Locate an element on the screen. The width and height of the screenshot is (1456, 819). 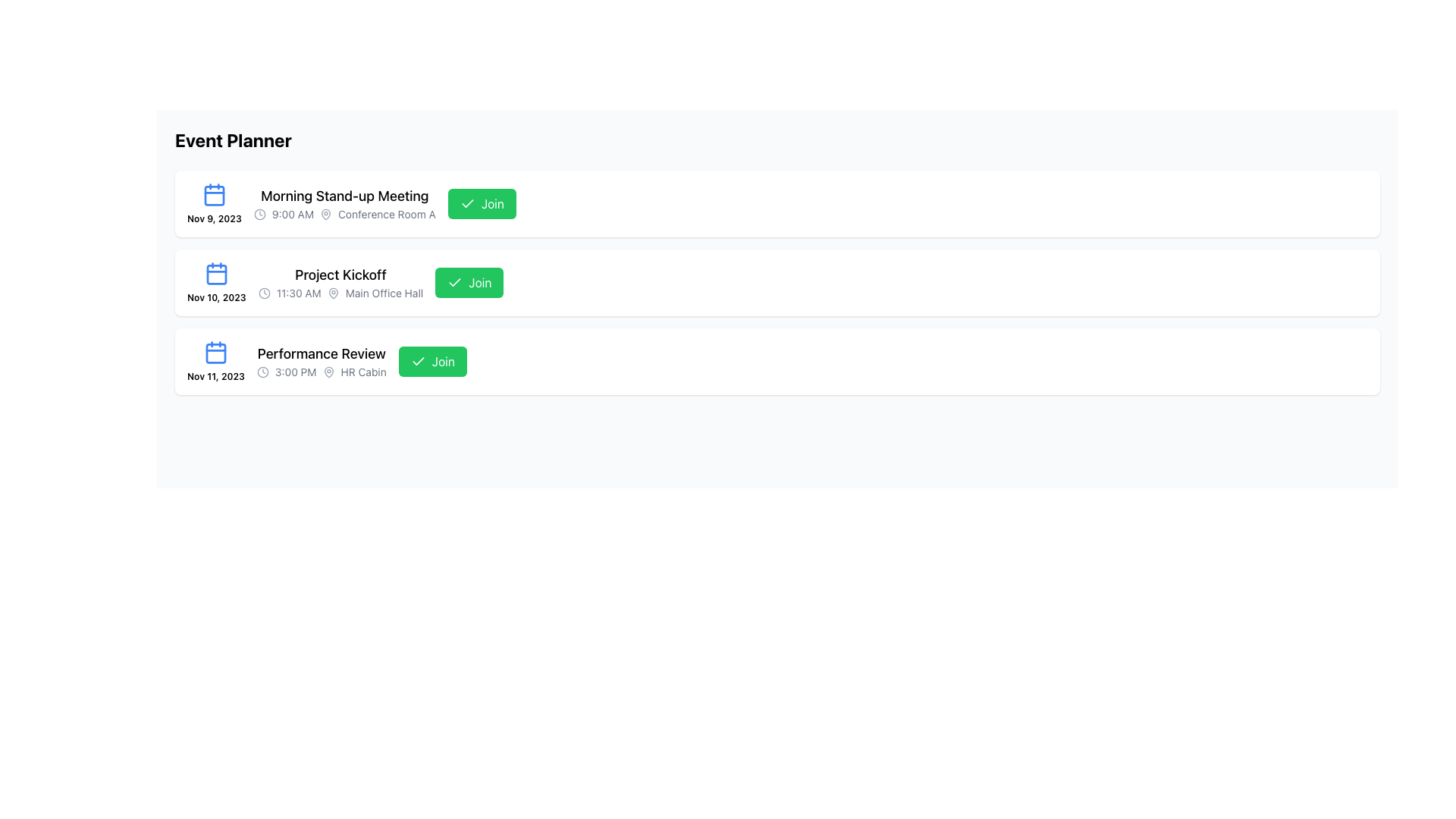
the green 'Join' button with a checkmark icon located to the right of the 'Morning Stand-up Meeting' event entry to join the meeting is located at coordinates (481, 203).